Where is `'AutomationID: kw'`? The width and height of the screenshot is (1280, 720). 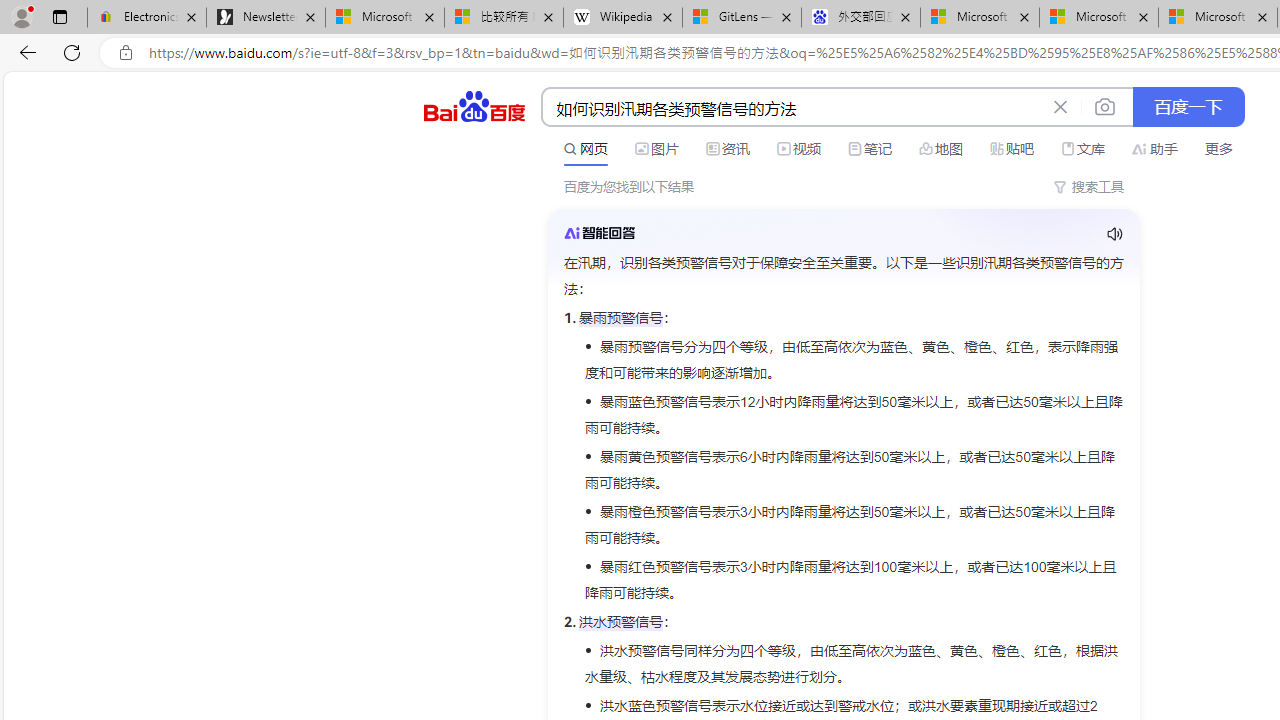 'AutomationID: kw' is located at coordinates (792, 108).